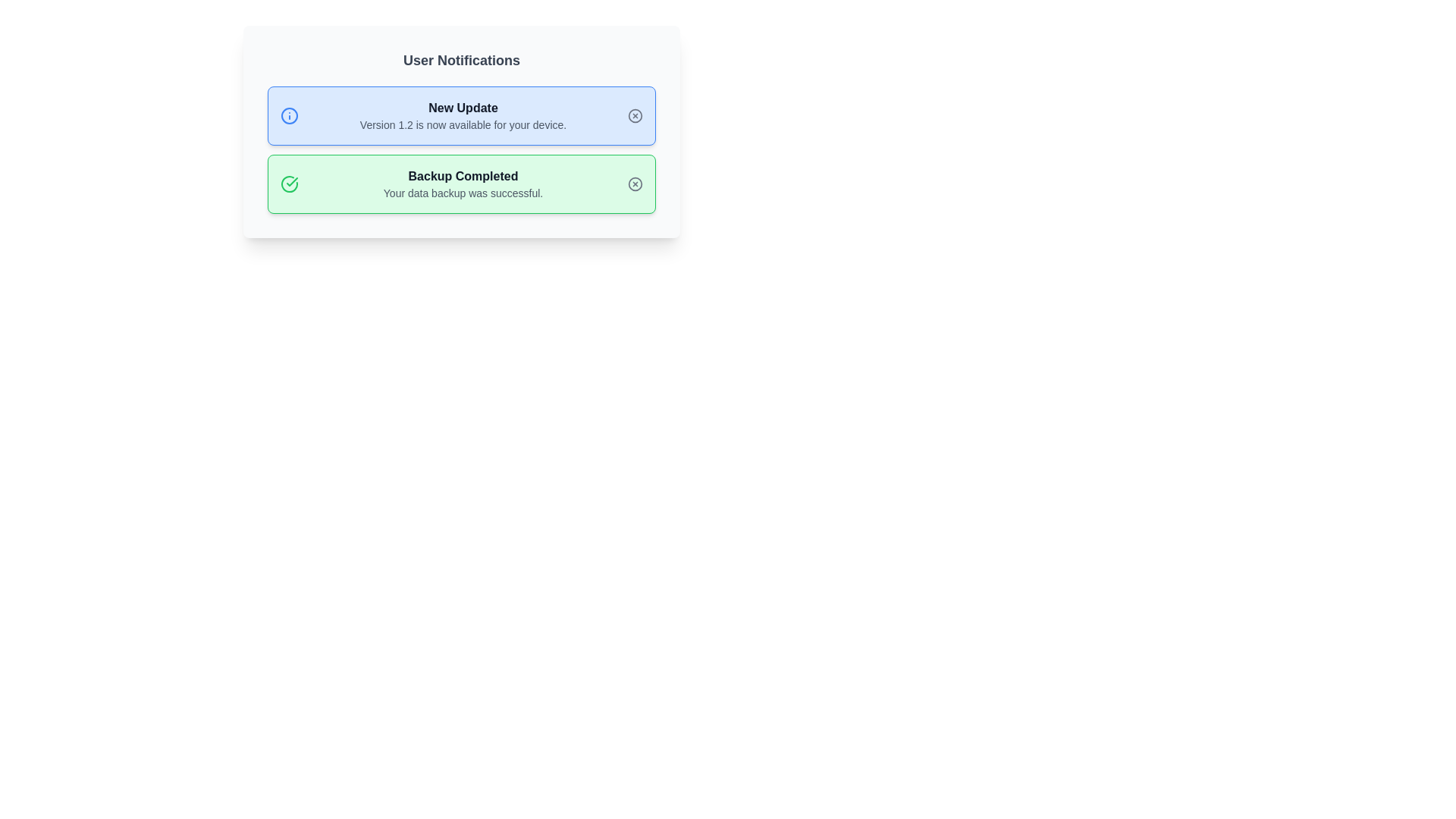 This screenshot has height=819, width=1456. What do you see at coordinates (461, 60) in the screenshot?
I see `the Text header element that serves as a title for user notifications, positioned above the sections 'New Update' and 'Backup Completed'` at bounding box center [461, 60].